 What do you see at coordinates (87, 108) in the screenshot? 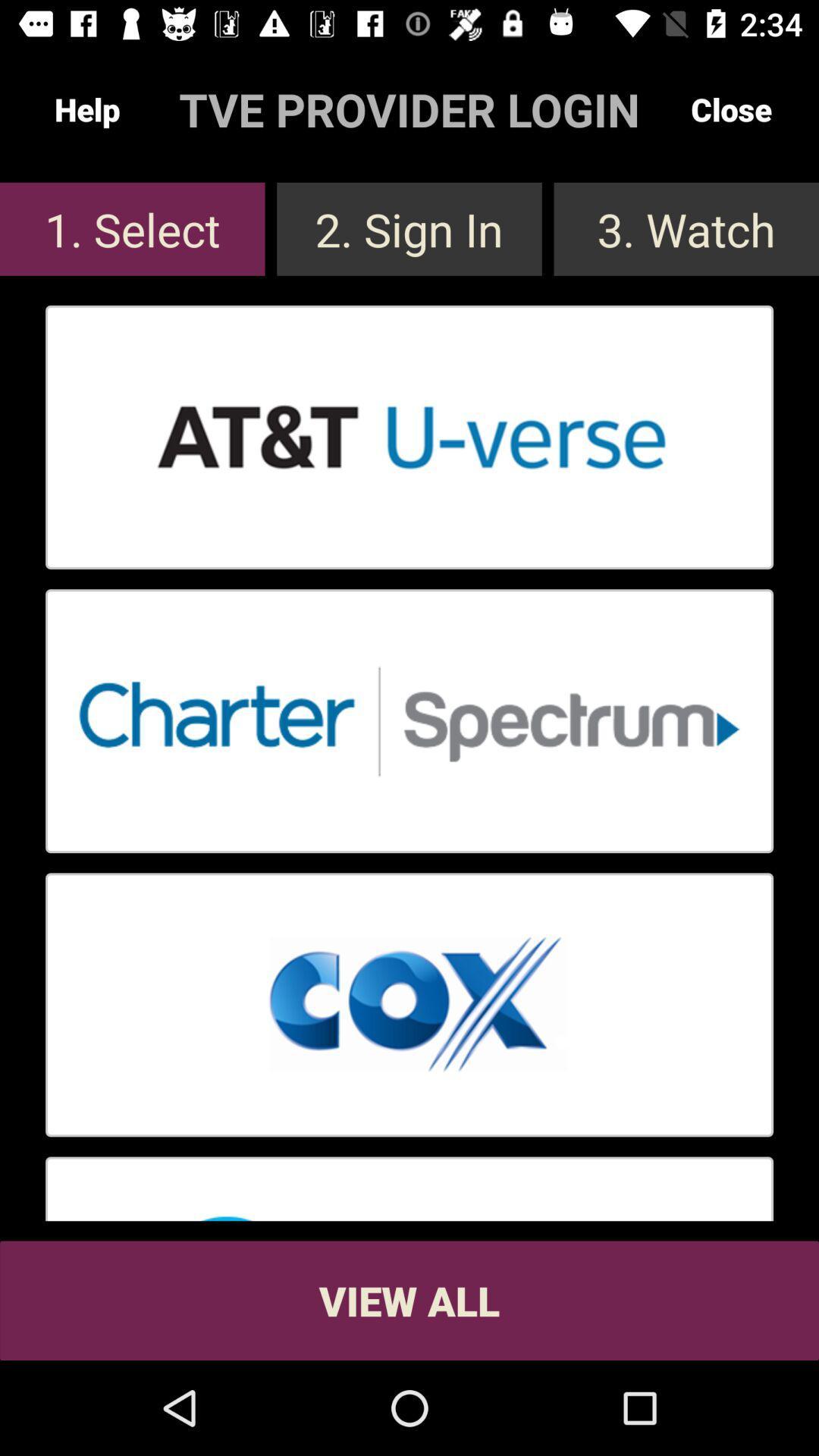
I see `the icon to the left of tve provider login item` at bounding box center [87, 108].